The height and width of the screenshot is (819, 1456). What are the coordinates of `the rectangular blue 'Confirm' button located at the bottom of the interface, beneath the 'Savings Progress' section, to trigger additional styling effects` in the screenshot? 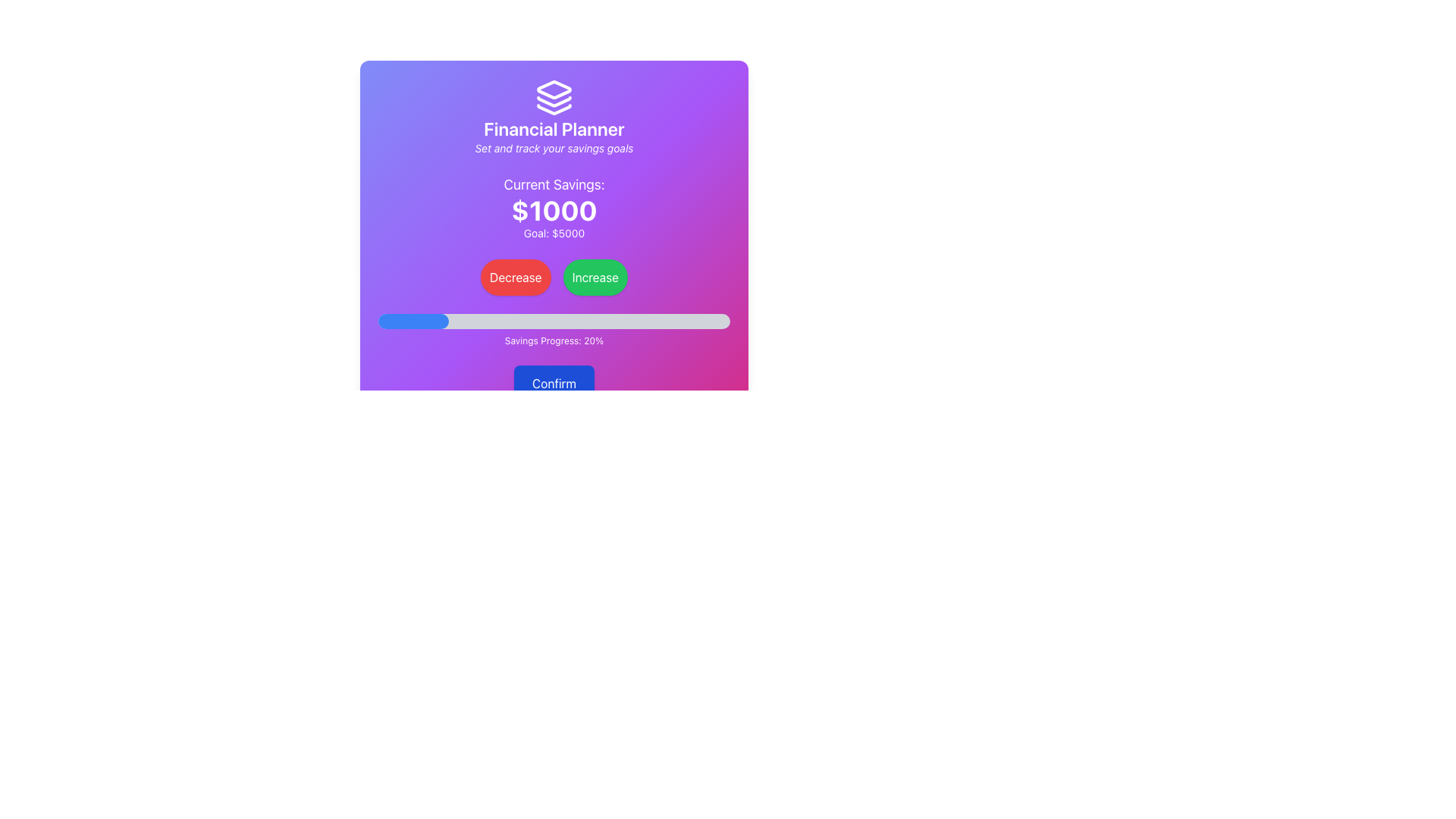 It's located at (553, 400).